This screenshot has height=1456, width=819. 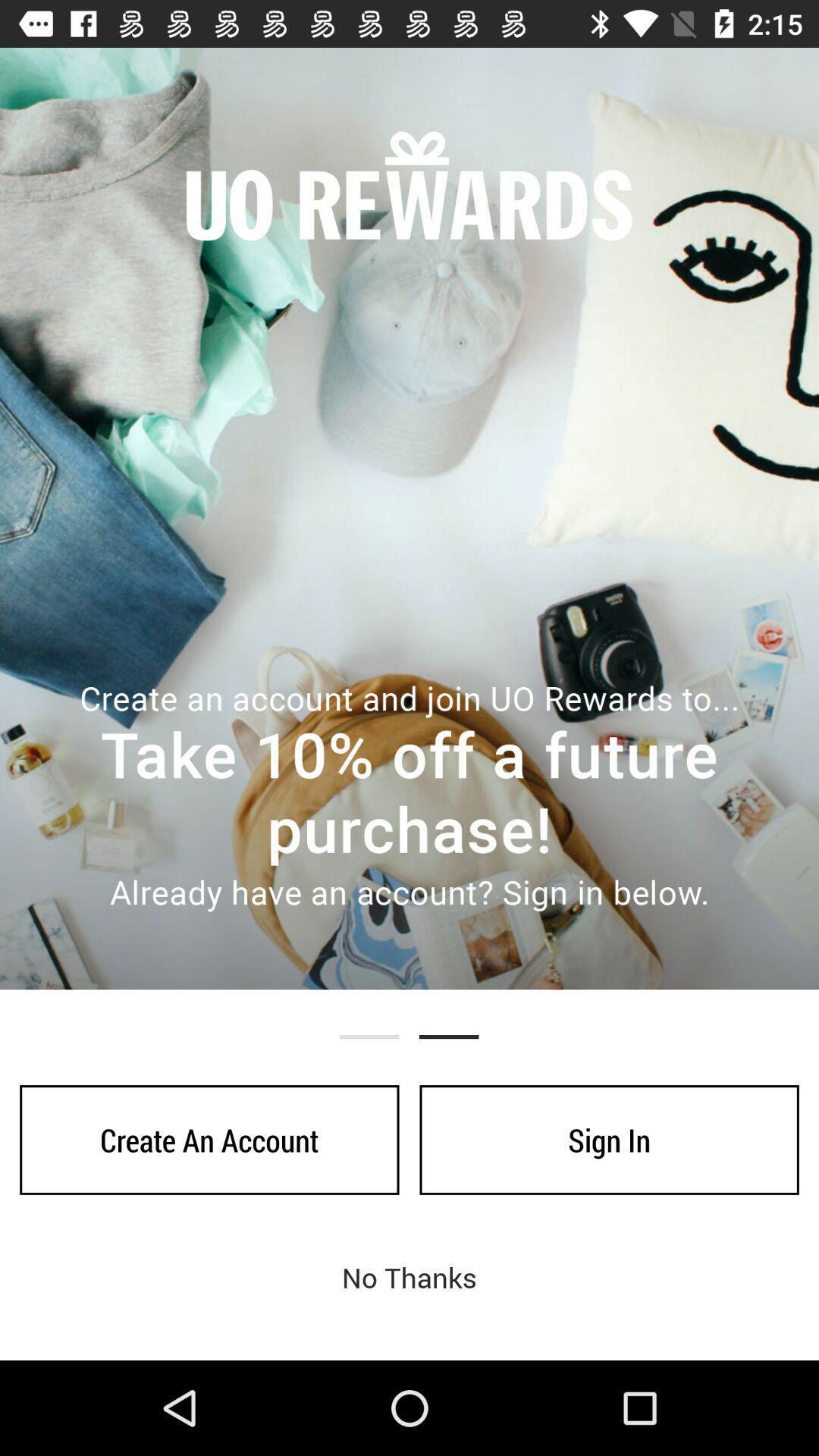 I want to click on the icon at the bottom left corner, so click(x=209, y=1140).